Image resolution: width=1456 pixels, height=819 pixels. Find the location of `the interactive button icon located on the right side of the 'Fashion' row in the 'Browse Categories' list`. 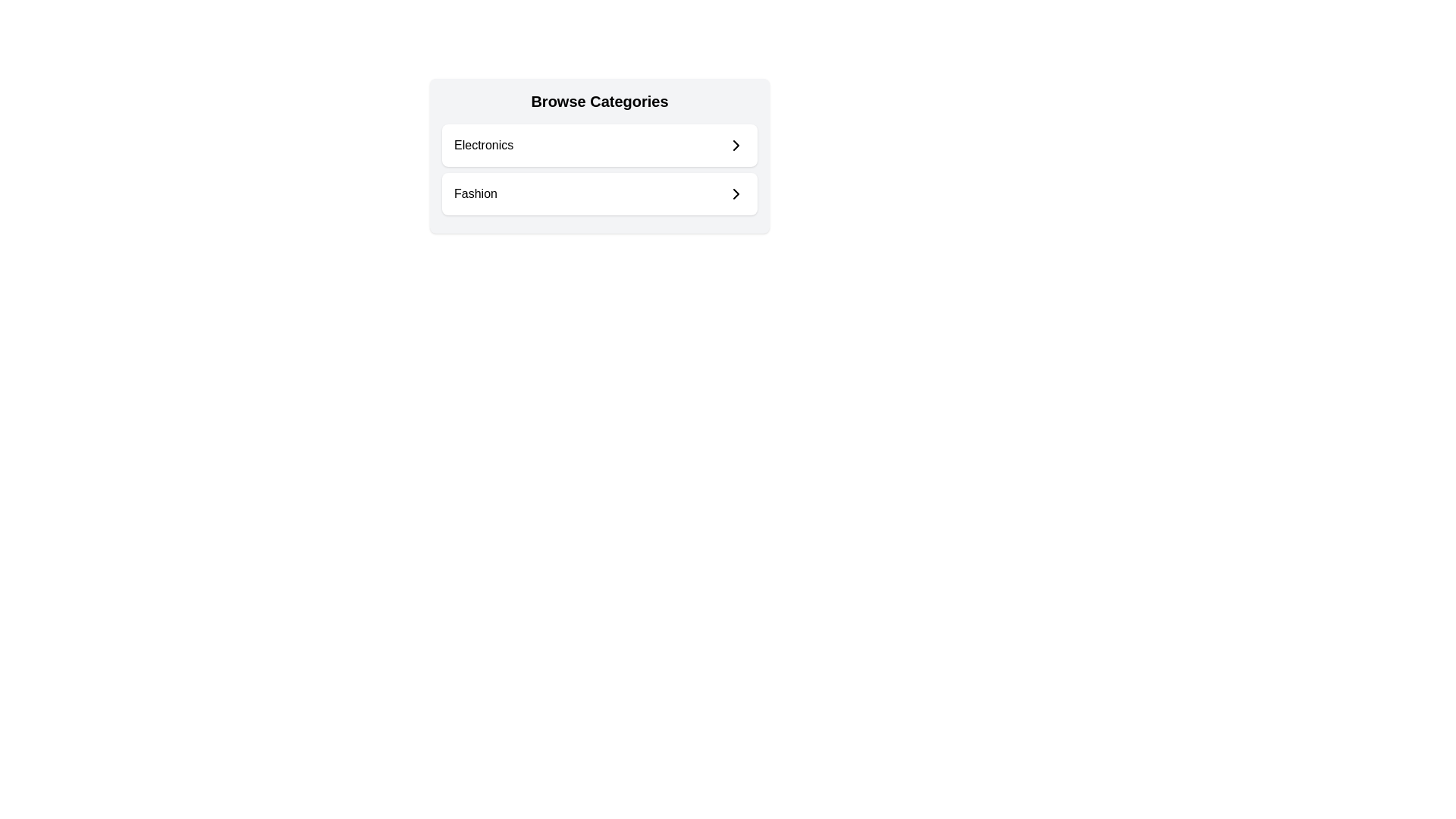

the interactive button icon located on the right side of the 'Fashion' row in the 'Browse Categories' list is located at coordinates (736, 193).